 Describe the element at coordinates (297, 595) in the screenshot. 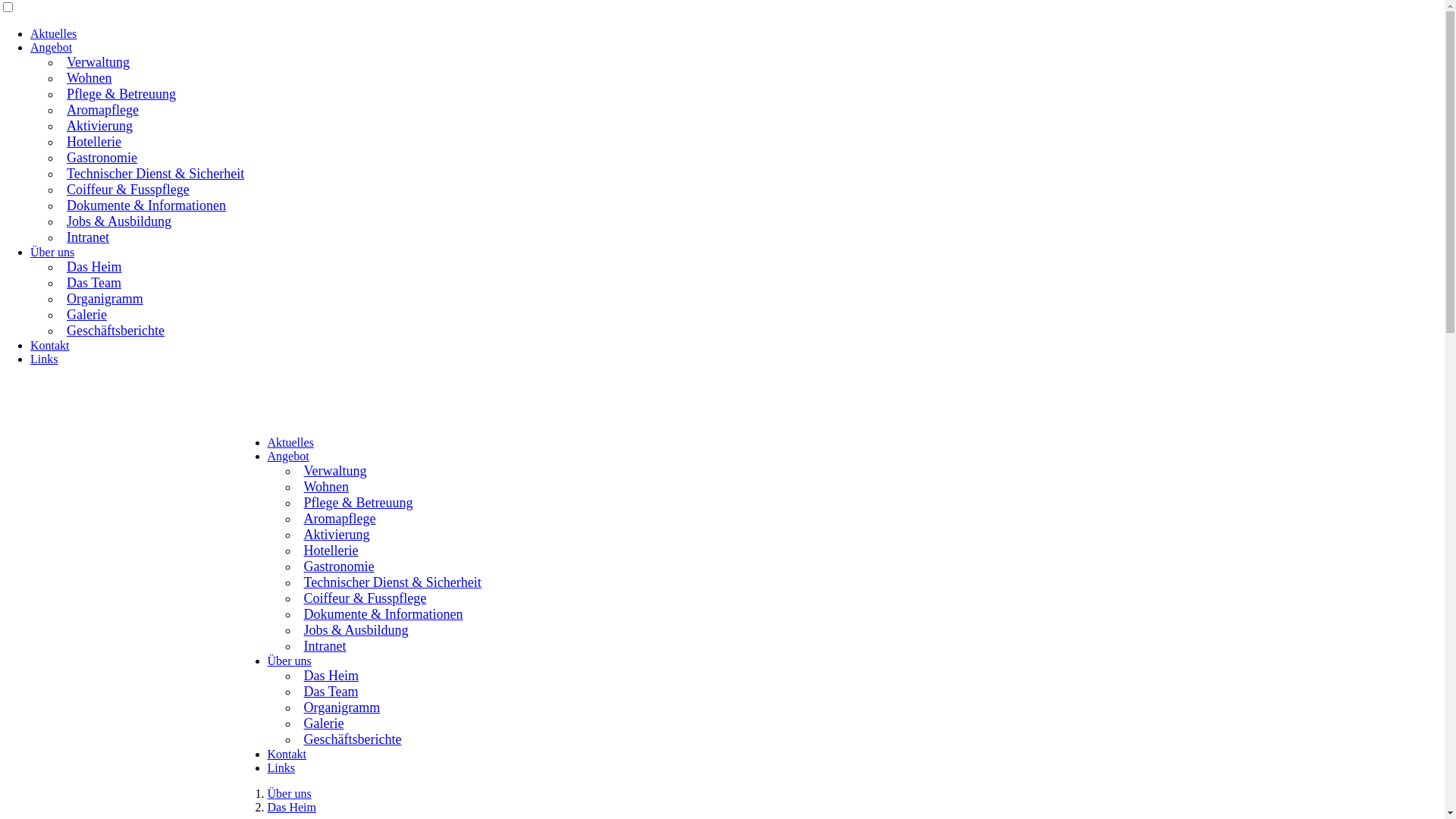

I see `'Coiffeur & Fusspflege'` at that location.